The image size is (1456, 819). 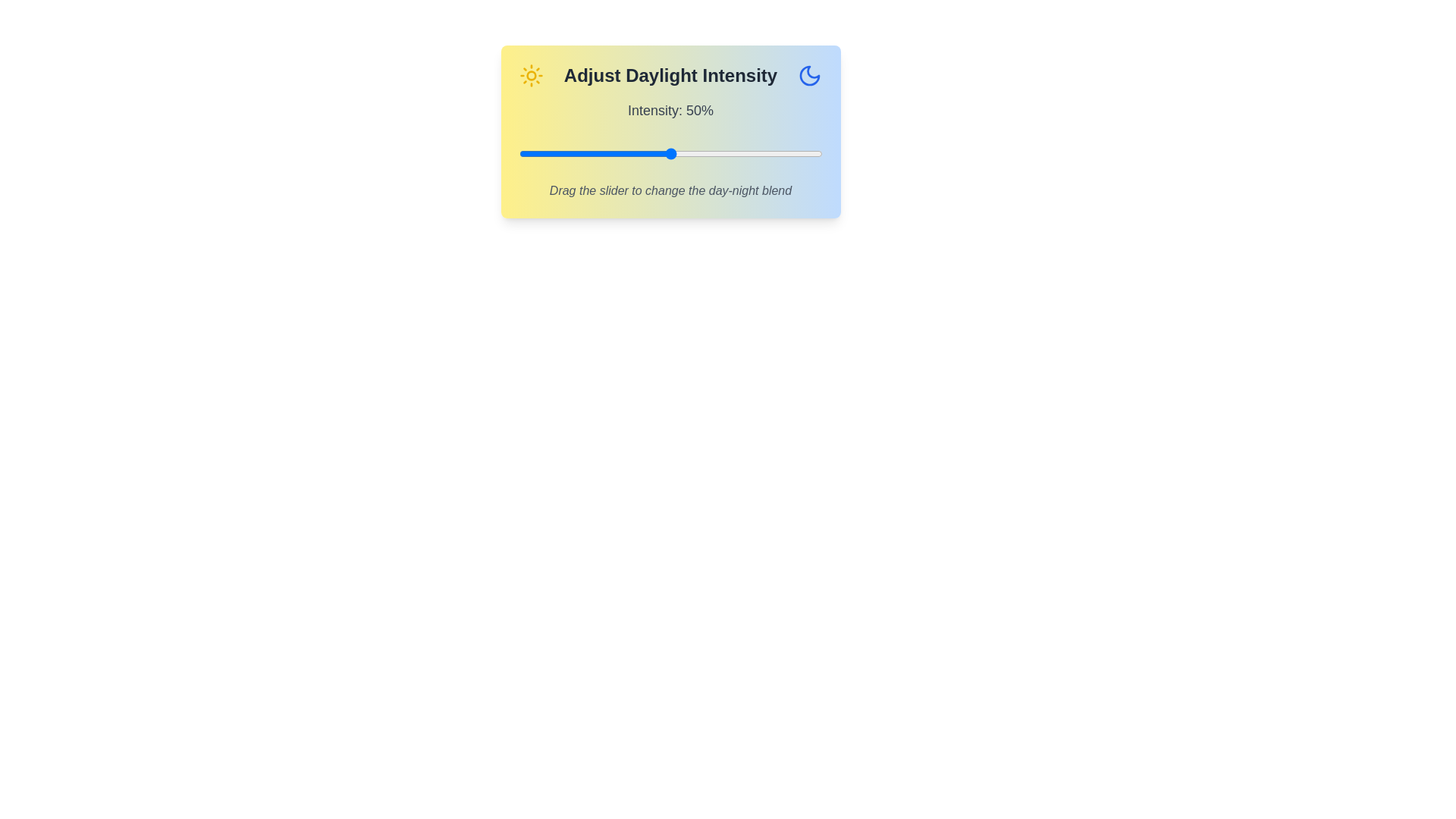 I want to click on the daylight intensity slider to 52%, so click(x=676, y=154).